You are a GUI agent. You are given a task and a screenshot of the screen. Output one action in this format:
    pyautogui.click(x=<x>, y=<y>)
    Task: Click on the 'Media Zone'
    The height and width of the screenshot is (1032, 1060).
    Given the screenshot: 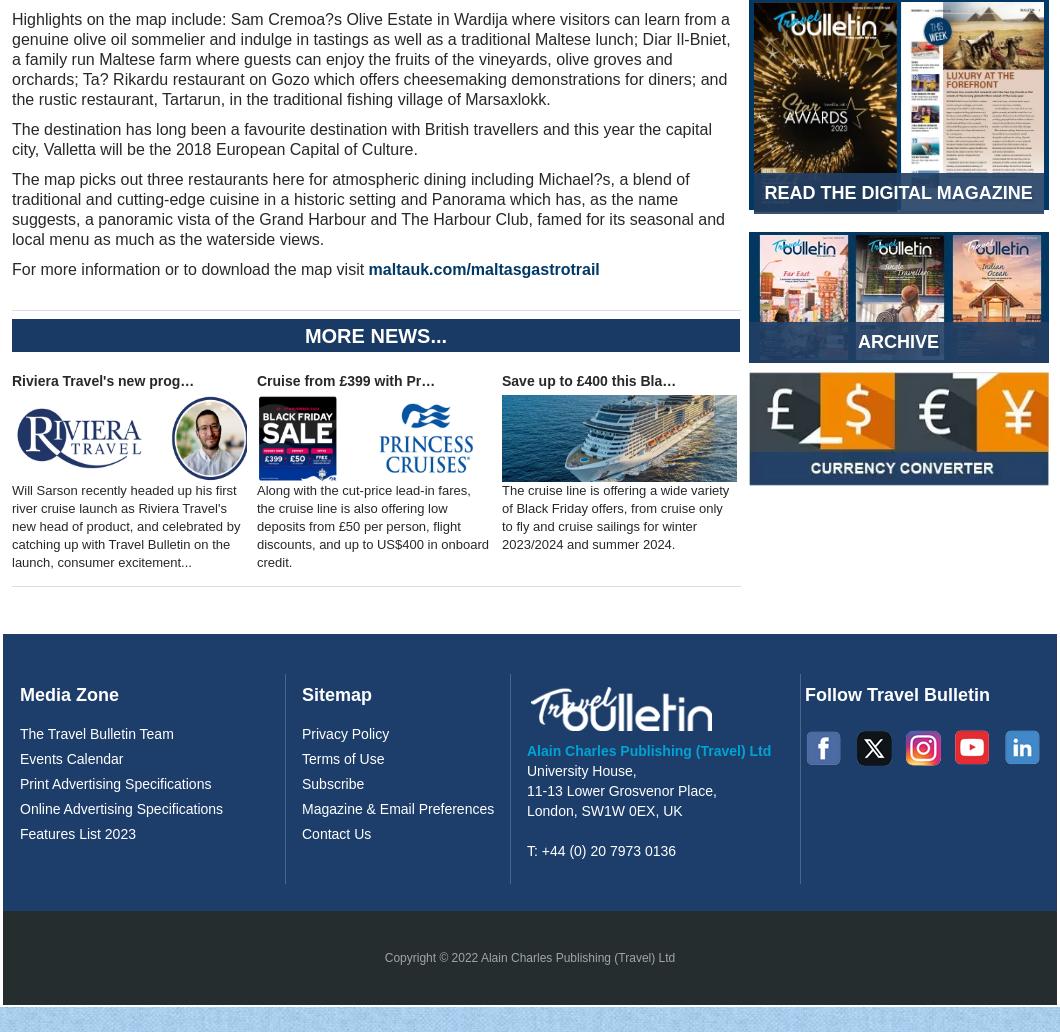 What is the action you would take?
    pyautogui.click(x=69, y=693)
    